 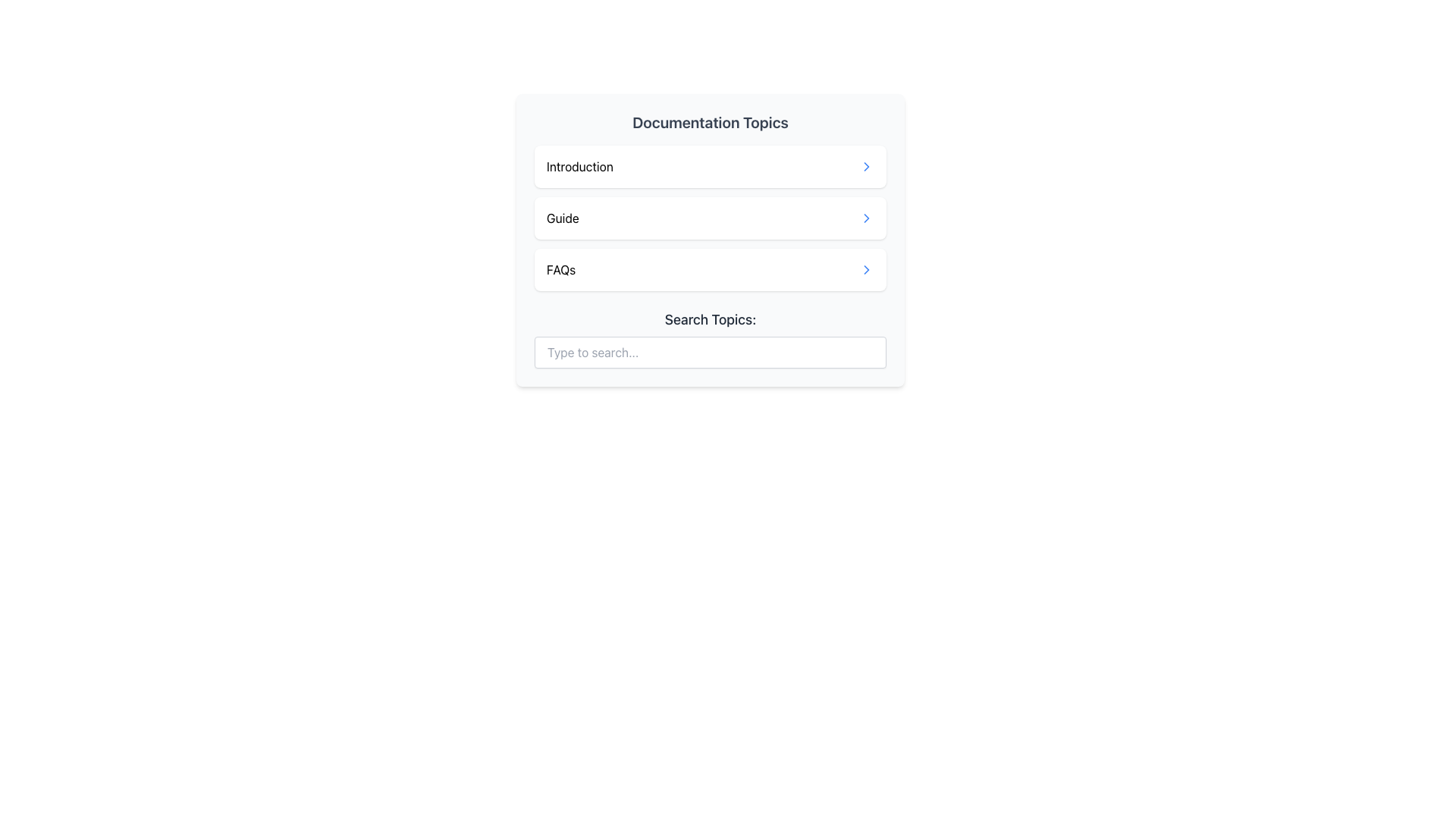 I want to click on the 'Introduction' link element, which is the first entry in a vertically stacked list with a white background and rounded corners, so click(x=709, y=166).